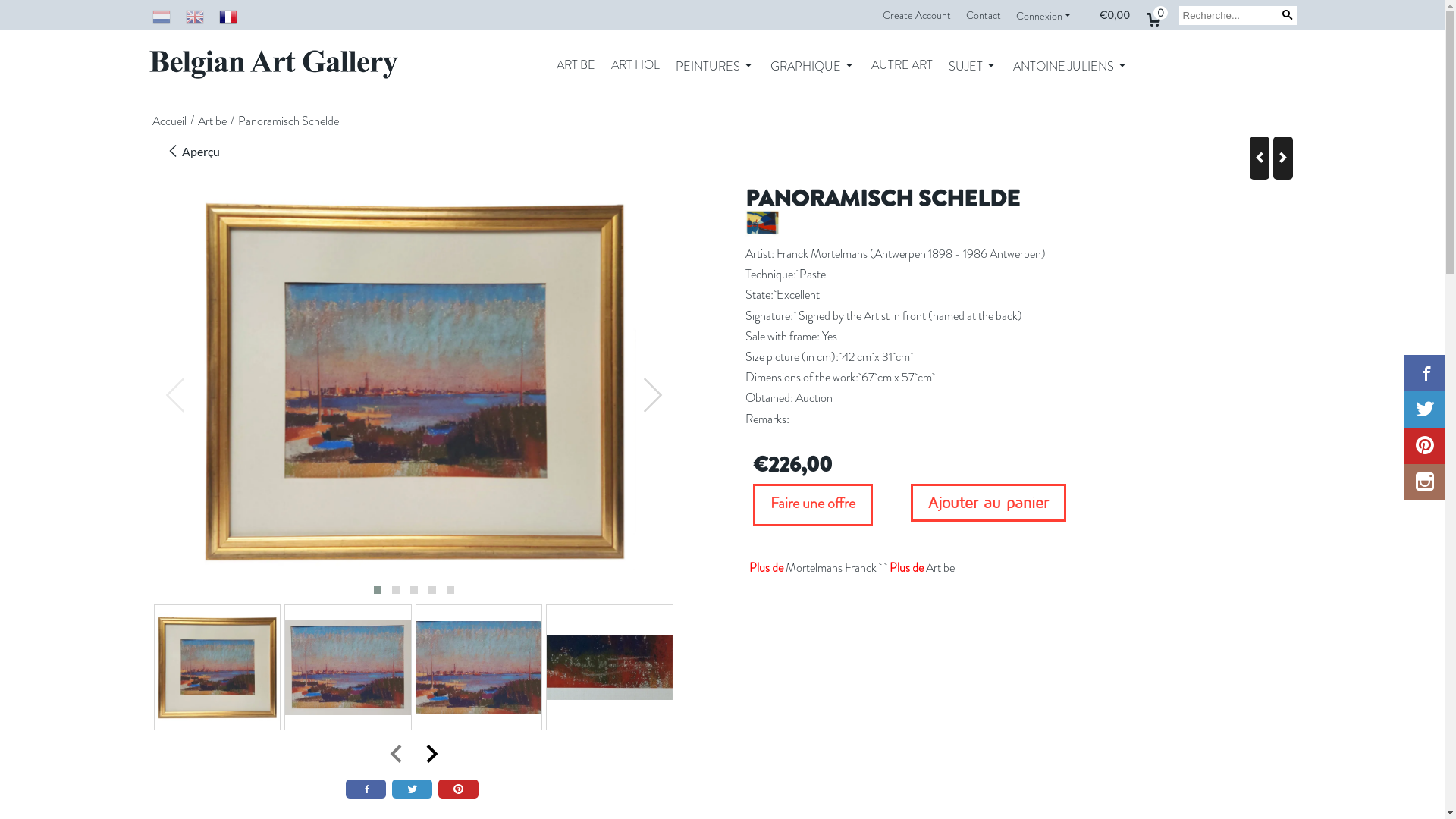  What do you see at coordinates (902, 64) in the screenshot?
I see `'AUTRE ART'` at bounding box center [902, 64].